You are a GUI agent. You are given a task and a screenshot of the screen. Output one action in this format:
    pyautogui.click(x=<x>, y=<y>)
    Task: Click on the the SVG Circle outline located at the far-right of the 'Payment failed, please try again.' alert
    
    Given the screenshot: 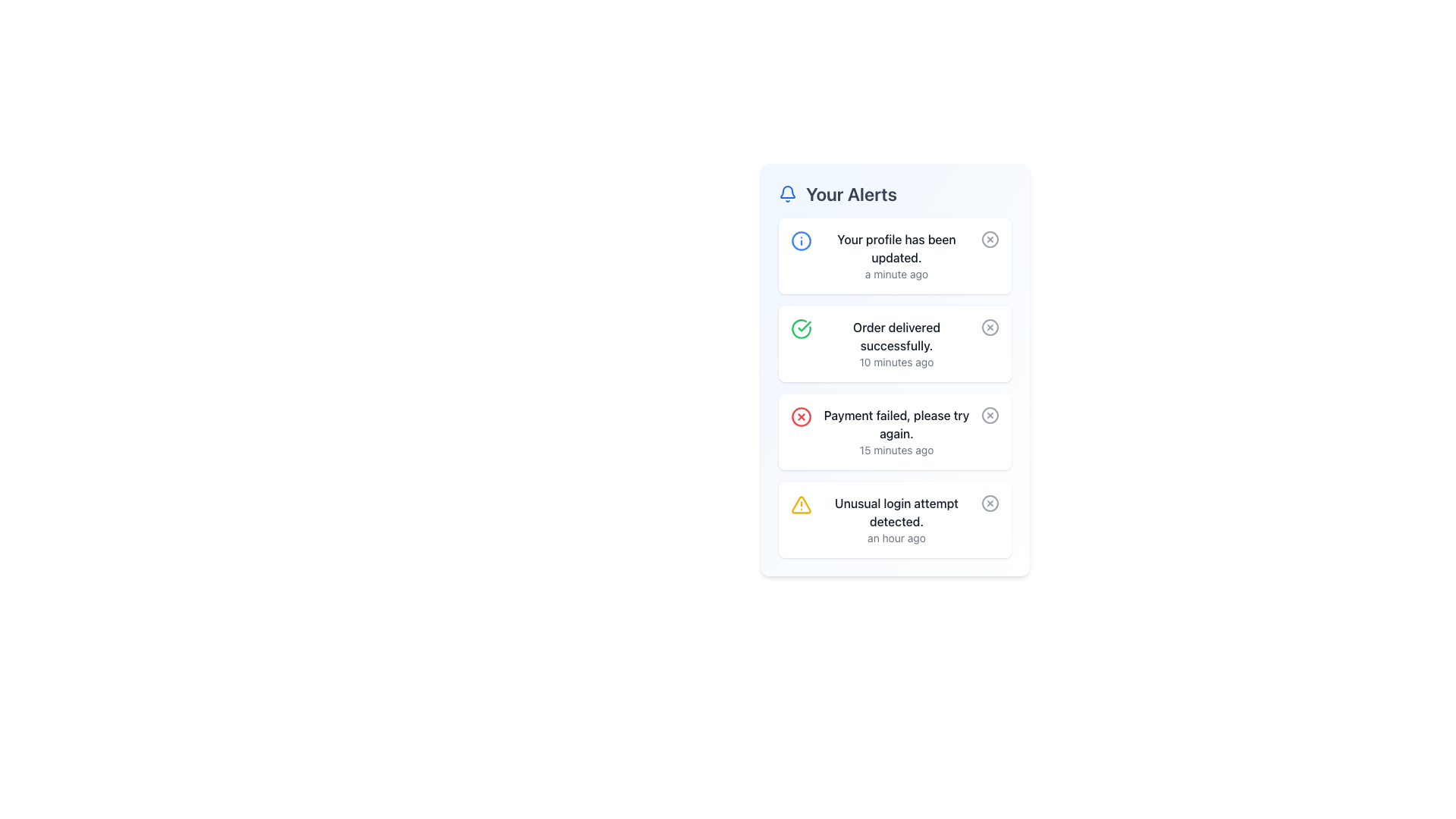 What is the action you would take?
    pyautogui.click(x=990, y=415)
    